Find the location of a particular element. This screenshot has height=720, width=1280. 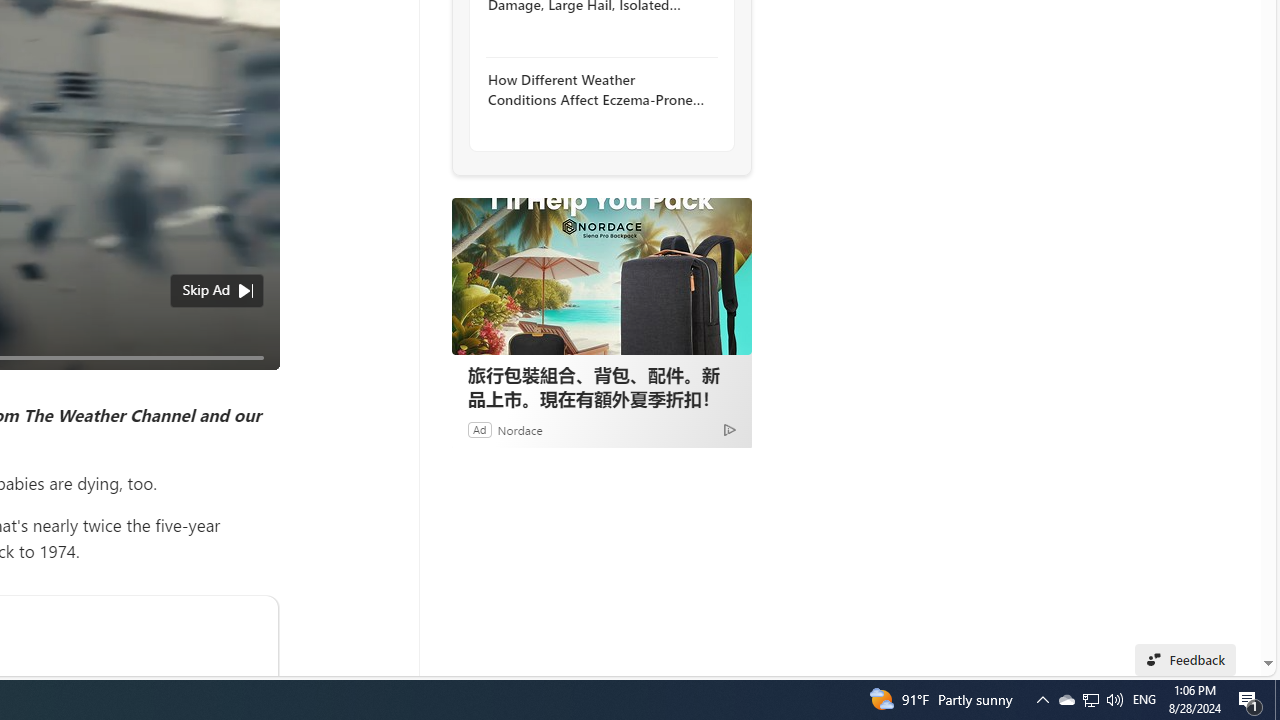

'Ad' is located at coordinates (478, 428).